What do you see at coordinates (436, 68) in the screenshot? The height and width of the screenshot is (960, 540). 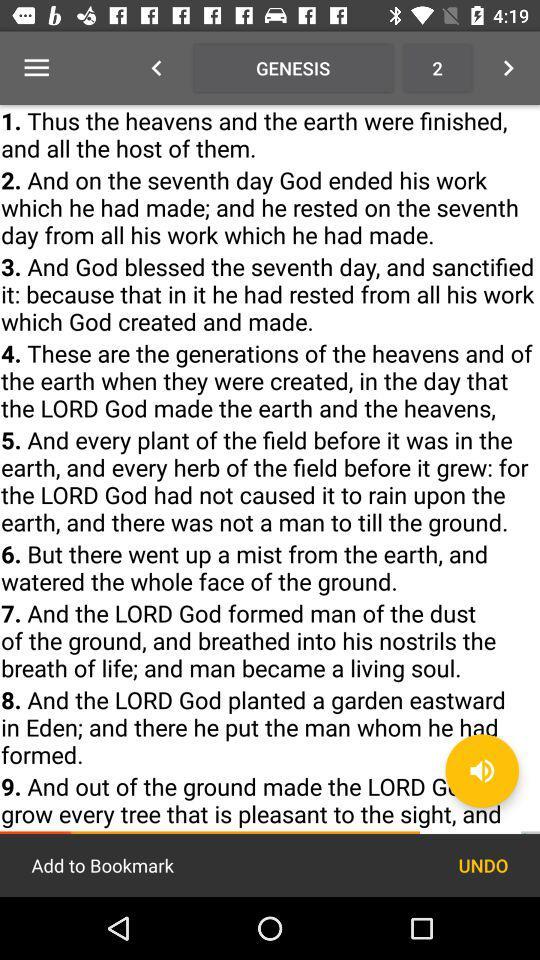 I see `number 2 which is after genesis on page` at bounding box center [436, 68].